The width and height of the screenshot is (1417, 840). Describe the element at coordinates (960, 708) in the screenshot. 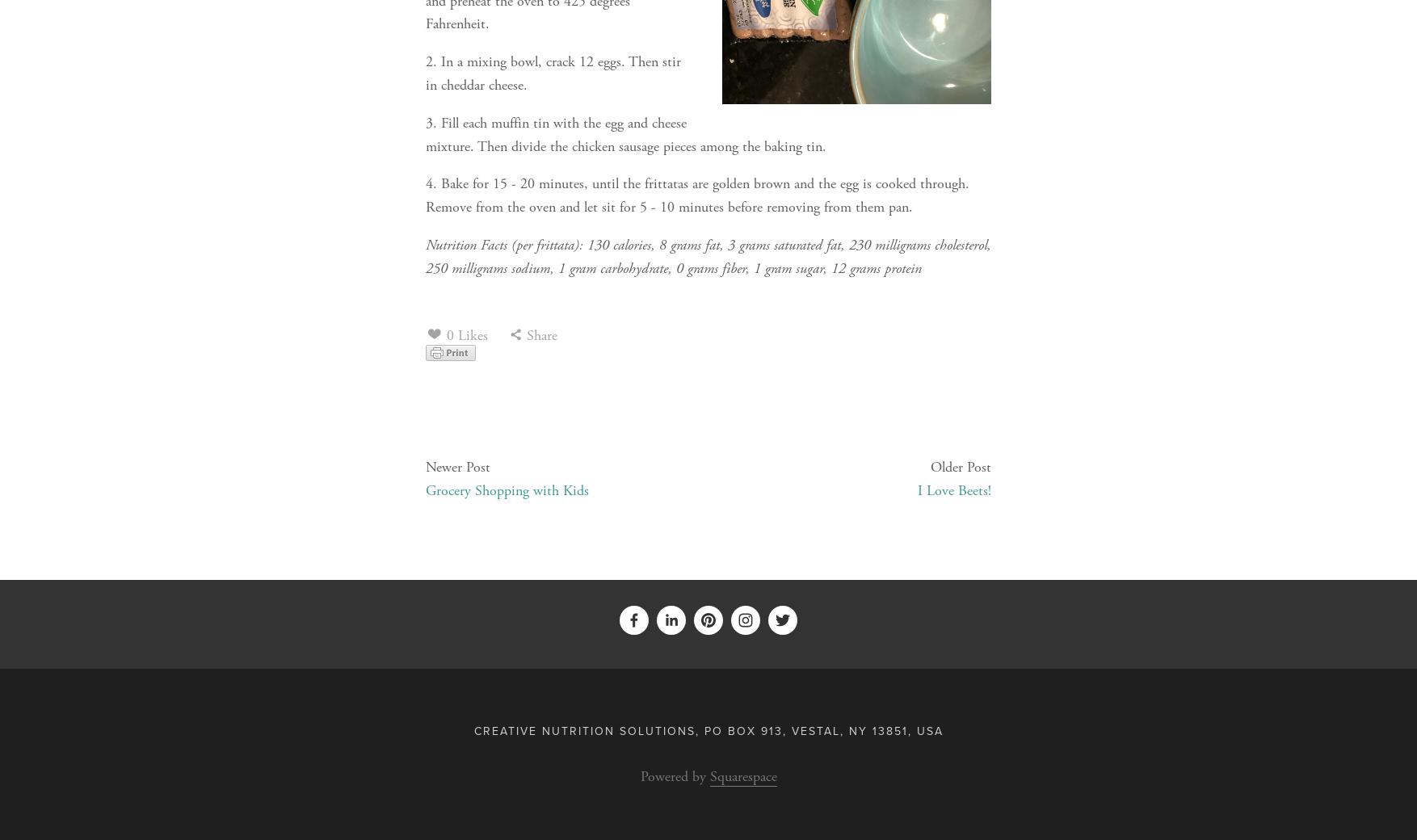

I see `'Older Post'` at that location.